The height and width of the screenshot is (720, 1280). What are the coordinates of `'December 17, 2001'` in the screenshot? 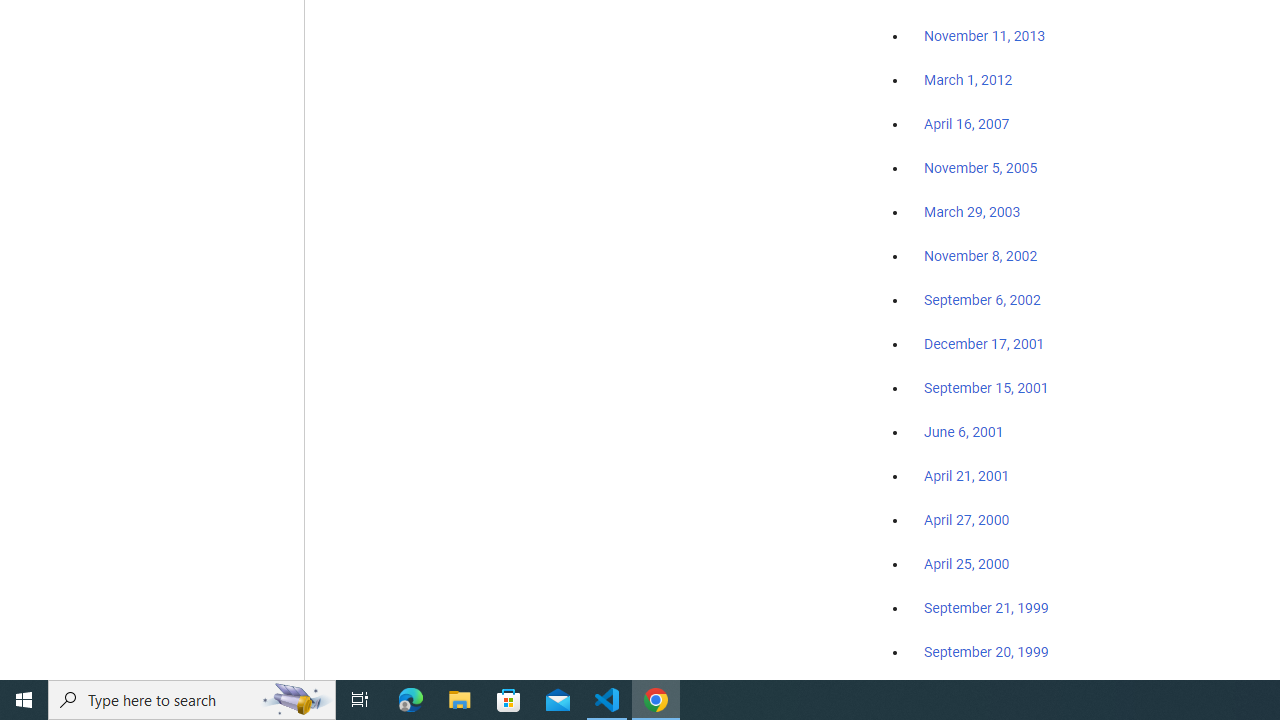 It's located at (984, 342).